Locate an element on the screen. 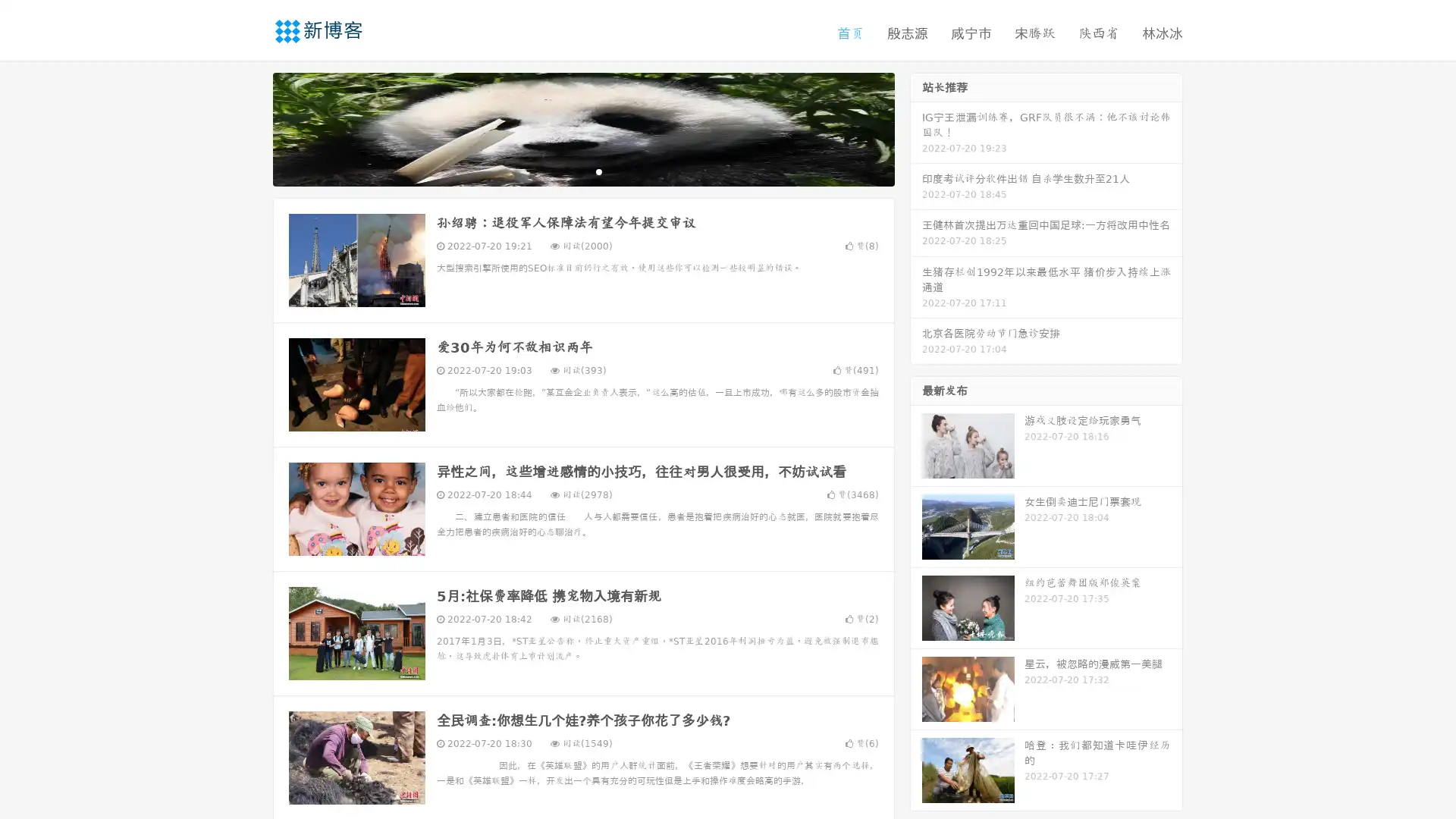 The image size is (1456, 819). Go to slide 3 is located at coordinates (598, 171).